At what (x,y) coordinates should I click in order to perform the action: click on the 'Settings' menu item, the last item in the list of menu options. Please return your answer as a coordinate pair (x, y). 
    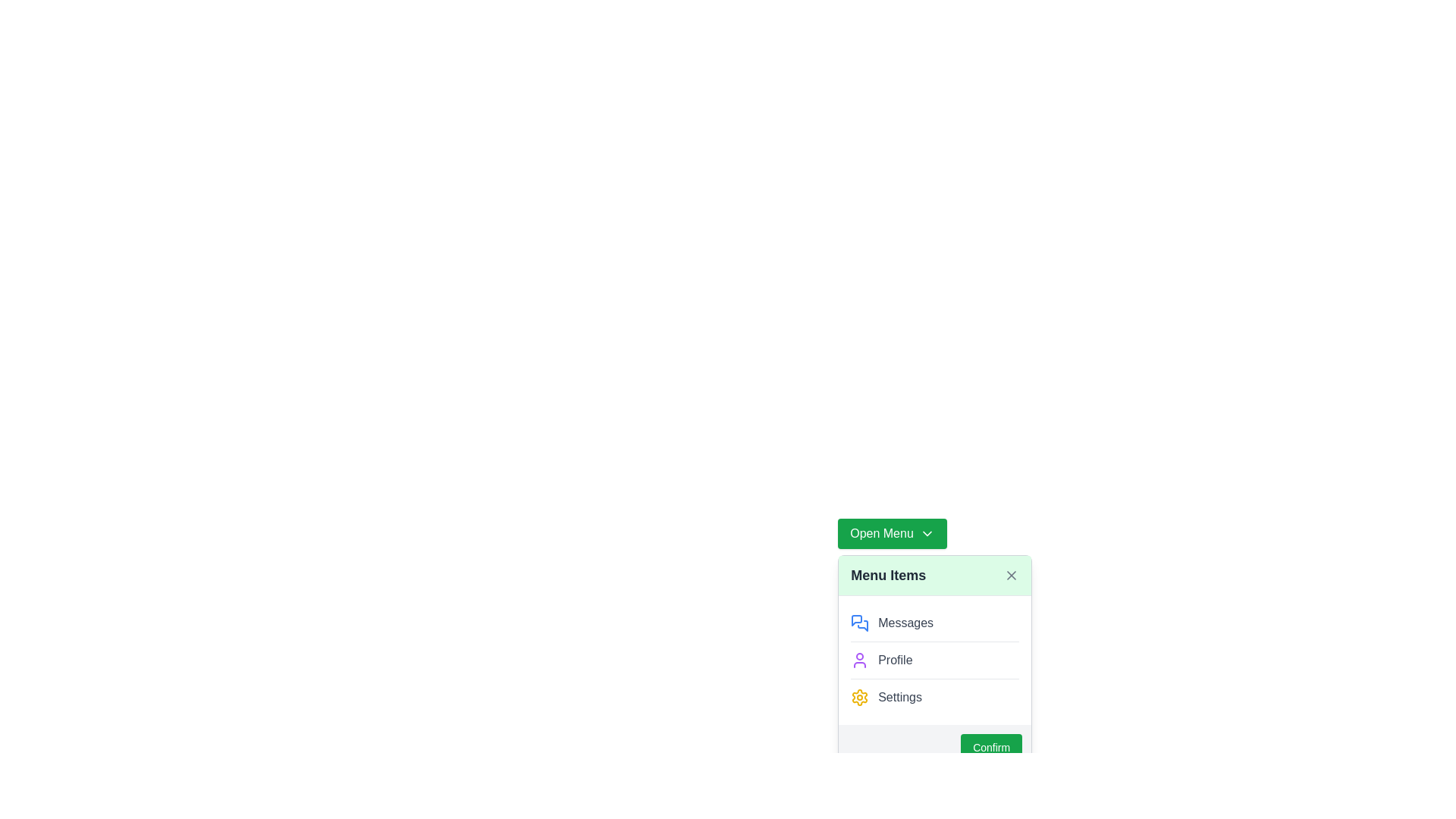
    Looking at the image, I should click on (934, 697).